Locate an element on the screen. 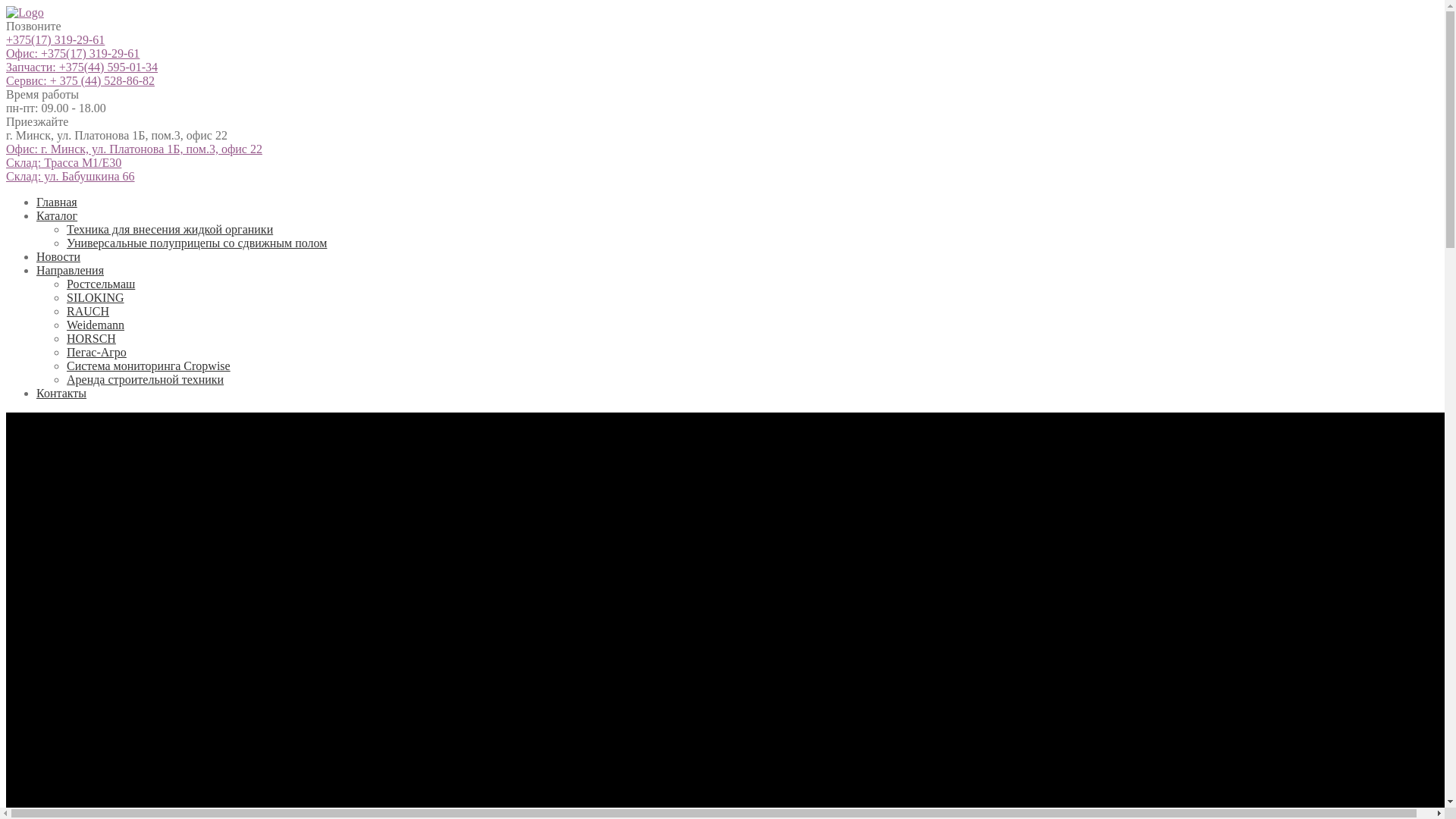 The height and width of the screenshot is (819, 1456). 'SILOKING' is located at coordinates (94, 297).